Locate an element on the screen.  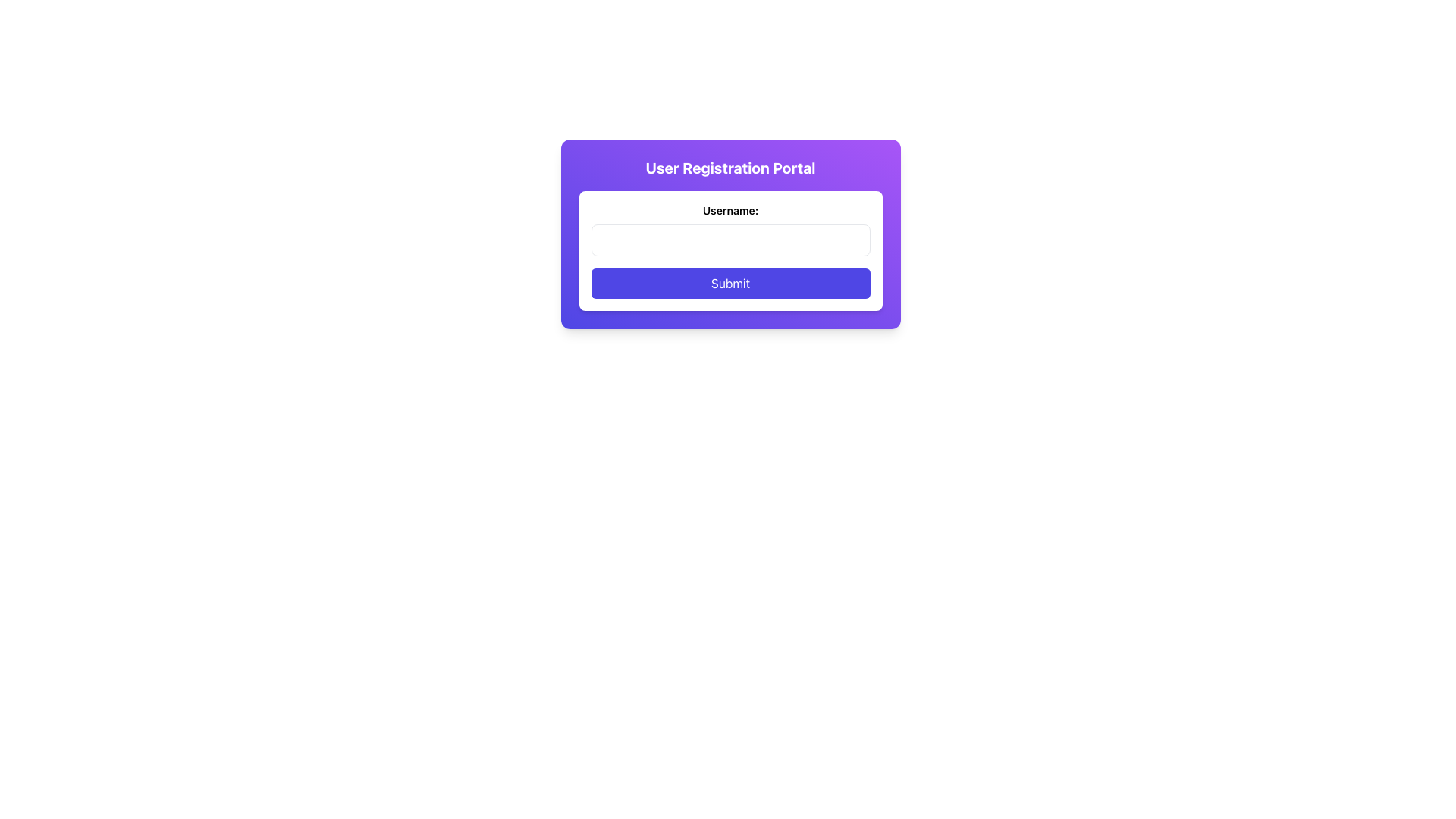
text label or heading that serves as the title for the user registration portal, which is located at the top of the card styled with a gradient purple background is located at coordinates (730, 168).